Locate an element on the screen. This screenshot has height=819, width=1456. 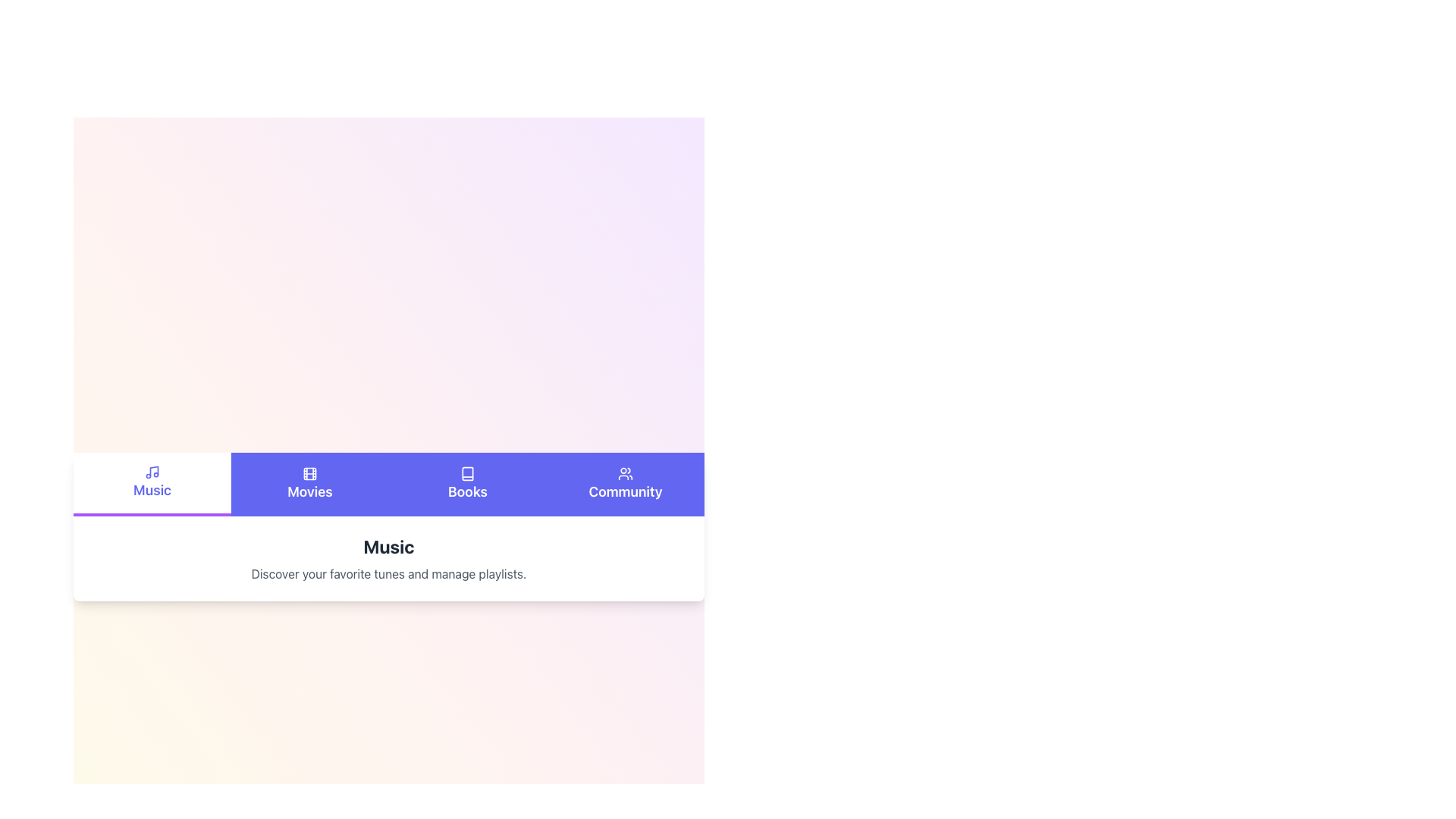
the small SVG film reel icon located in the 'Movies' section of the navigation bar, centered above the 'Movies' text is located at coordinates (309, 472).